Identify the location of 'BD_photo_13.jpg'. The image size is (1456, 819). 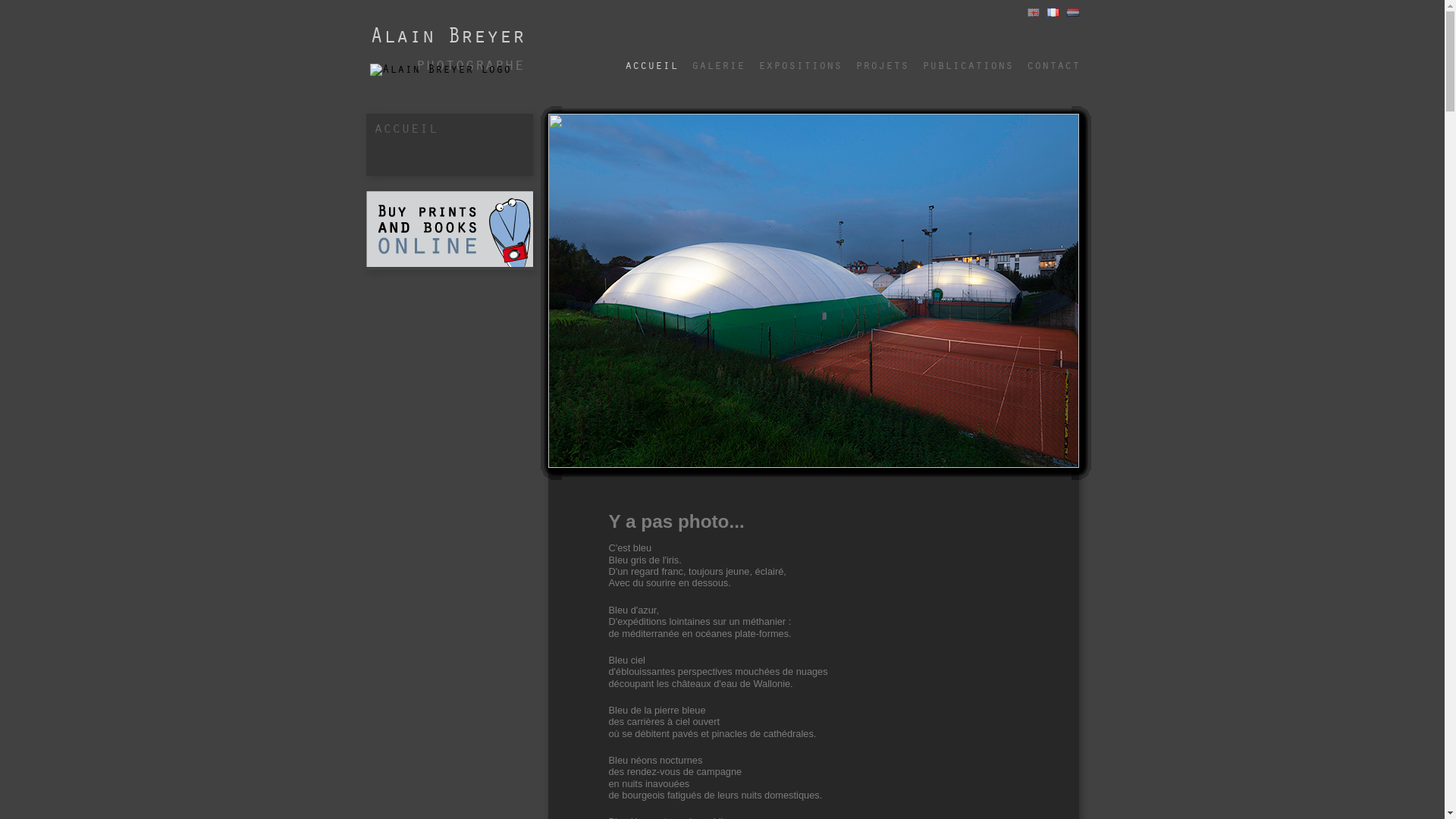
(811, 289).